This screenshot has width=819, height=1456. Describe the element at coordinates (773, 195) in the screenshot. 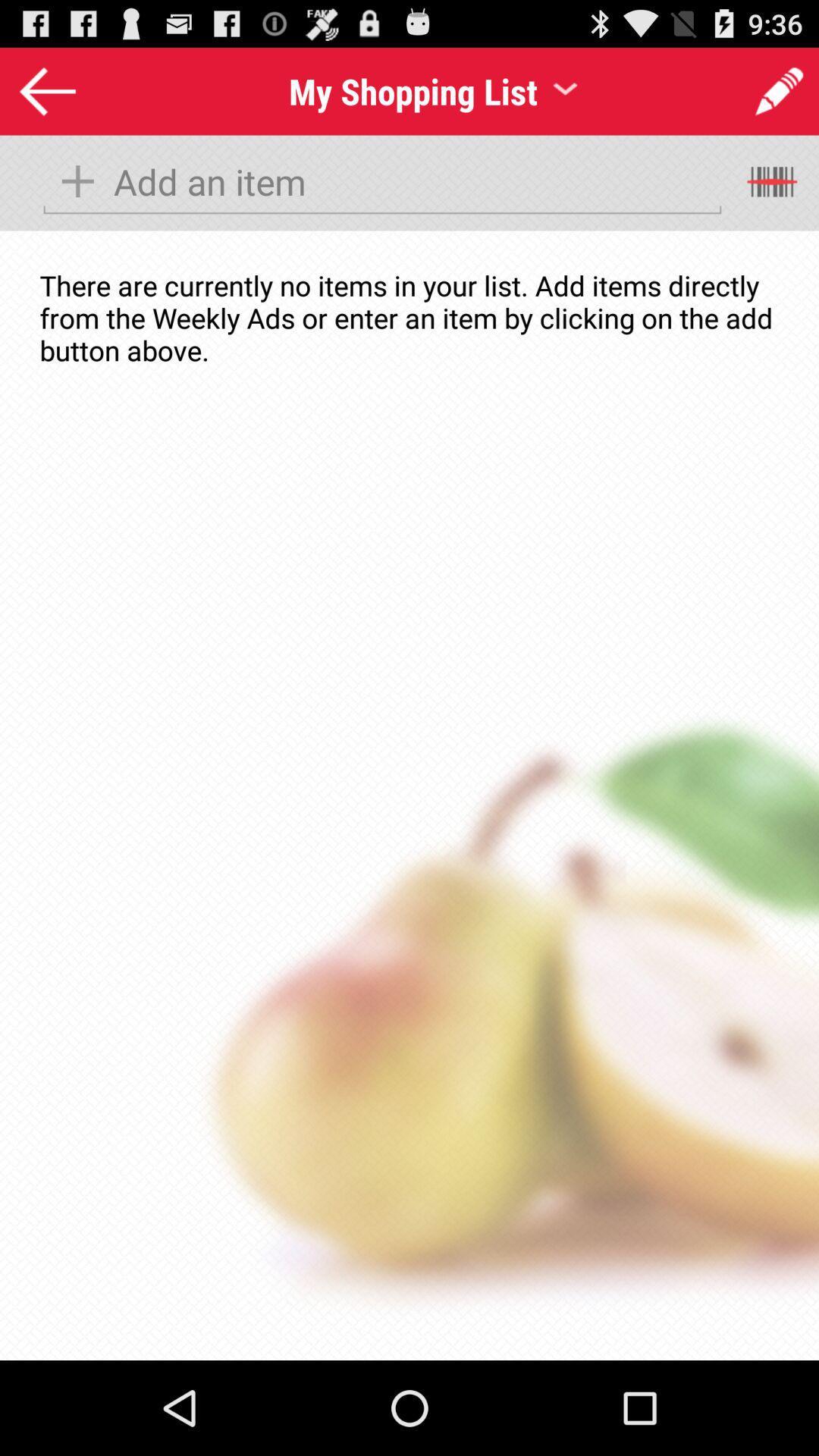

I see `the sliders icon` at that location.